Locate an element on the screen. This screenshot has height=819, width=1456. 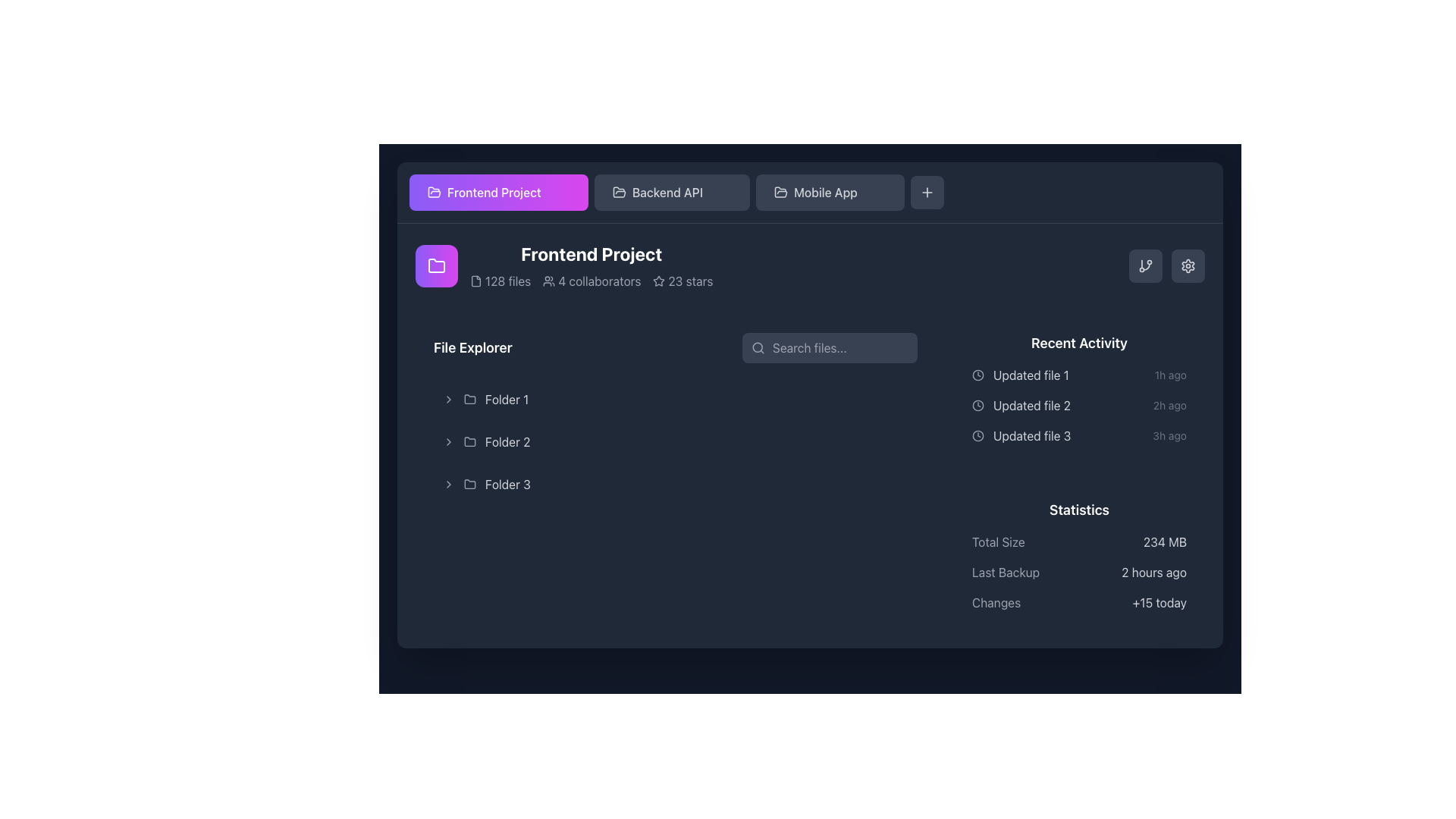
the file icon that represents a collection of files, located to the left of the '128 files' text, which is below the 'Frontend Project' header is located at coordinates (475, 281).